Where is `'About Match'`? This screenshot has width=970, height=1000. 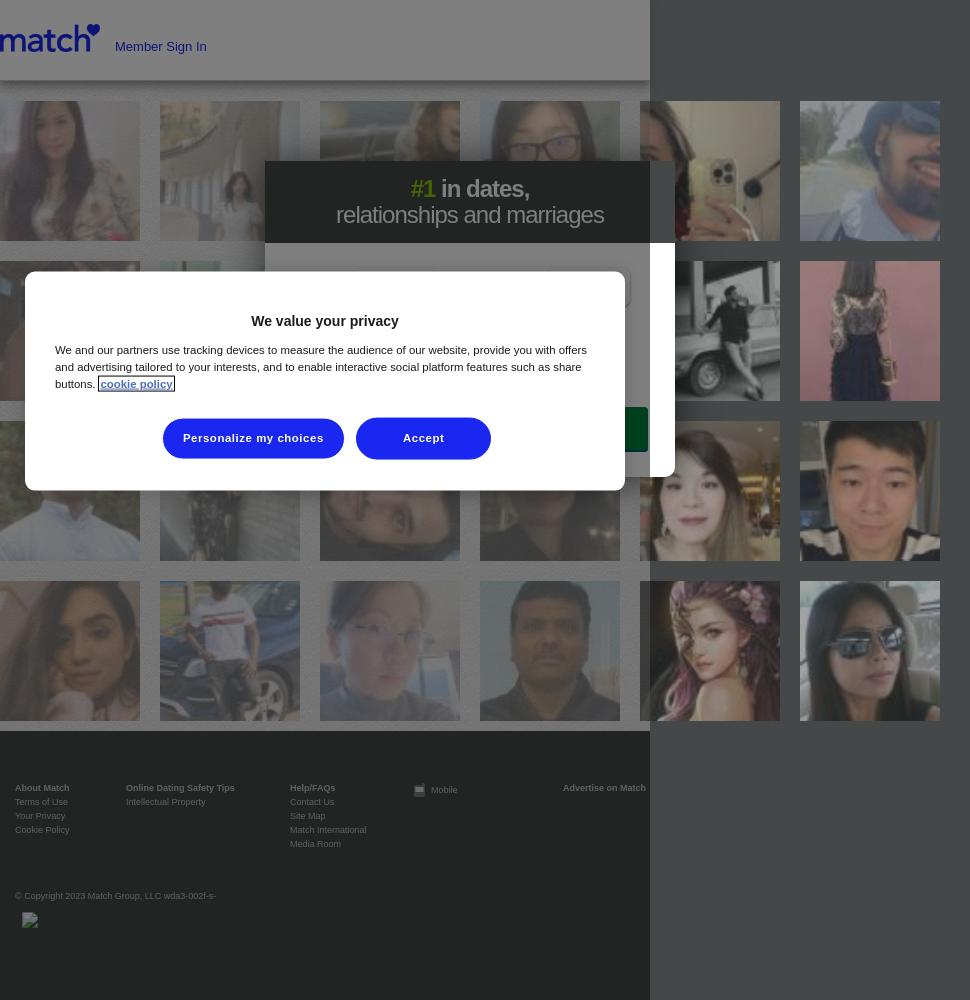
'About Match' is located at coordinates (42, 788).